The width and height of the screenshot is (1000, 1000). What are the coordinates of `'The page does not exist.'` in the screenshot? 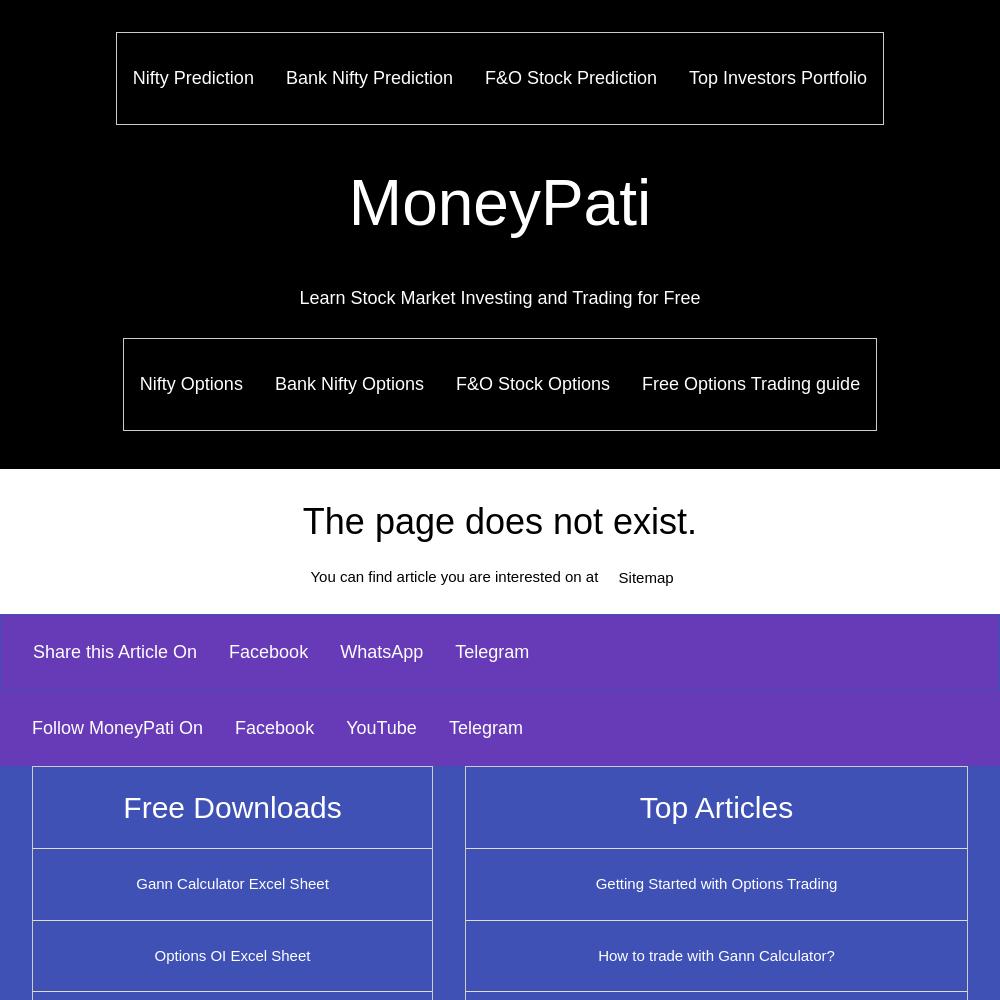 It's located at (498, 521).